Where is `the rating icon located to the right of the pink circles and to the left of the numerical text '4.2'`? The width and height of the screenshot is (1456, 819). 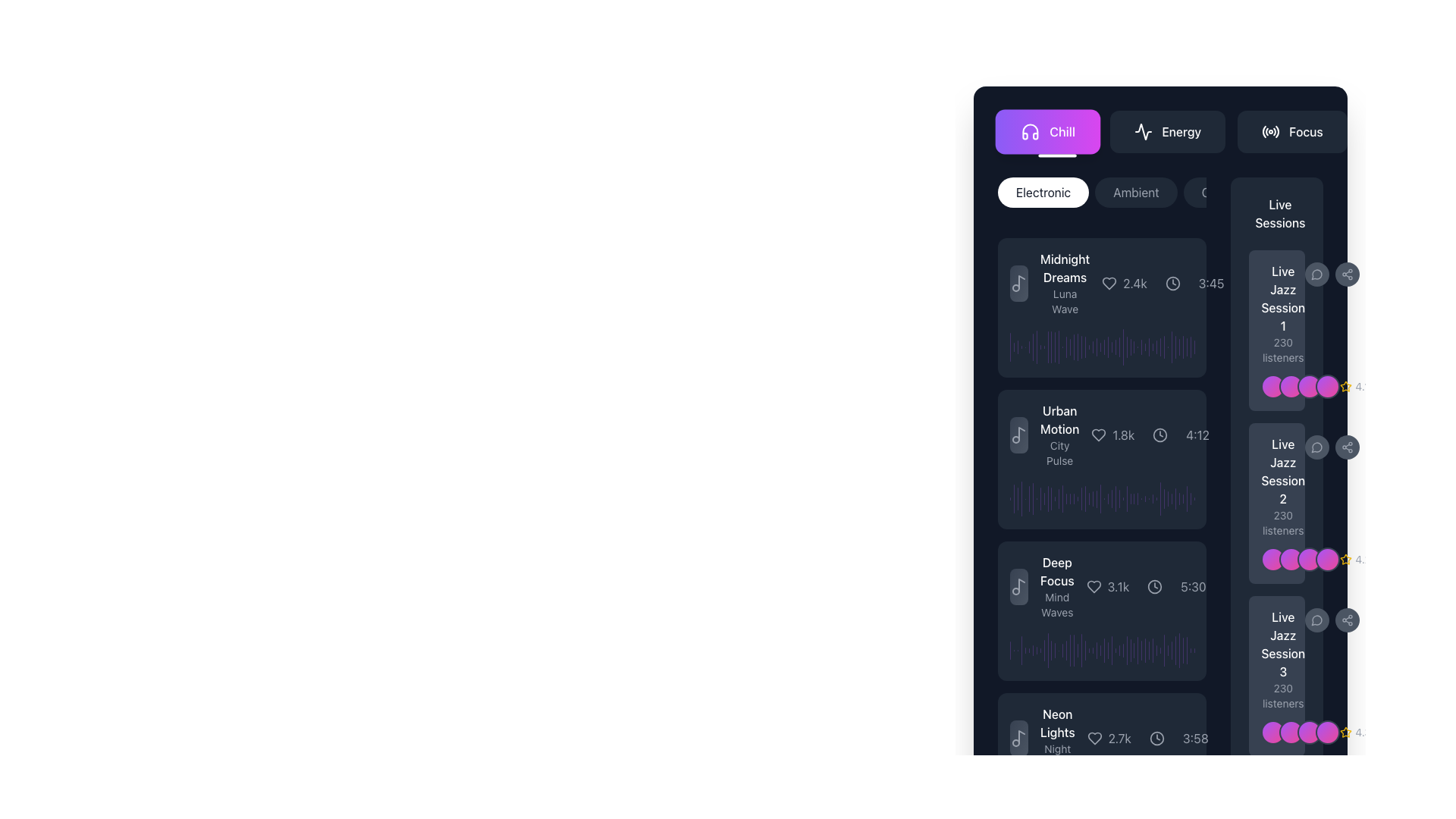 the rating icon located to the right of the pink circles and to the left of the numerical text '4.2' is located at coordinates (1346, 559).